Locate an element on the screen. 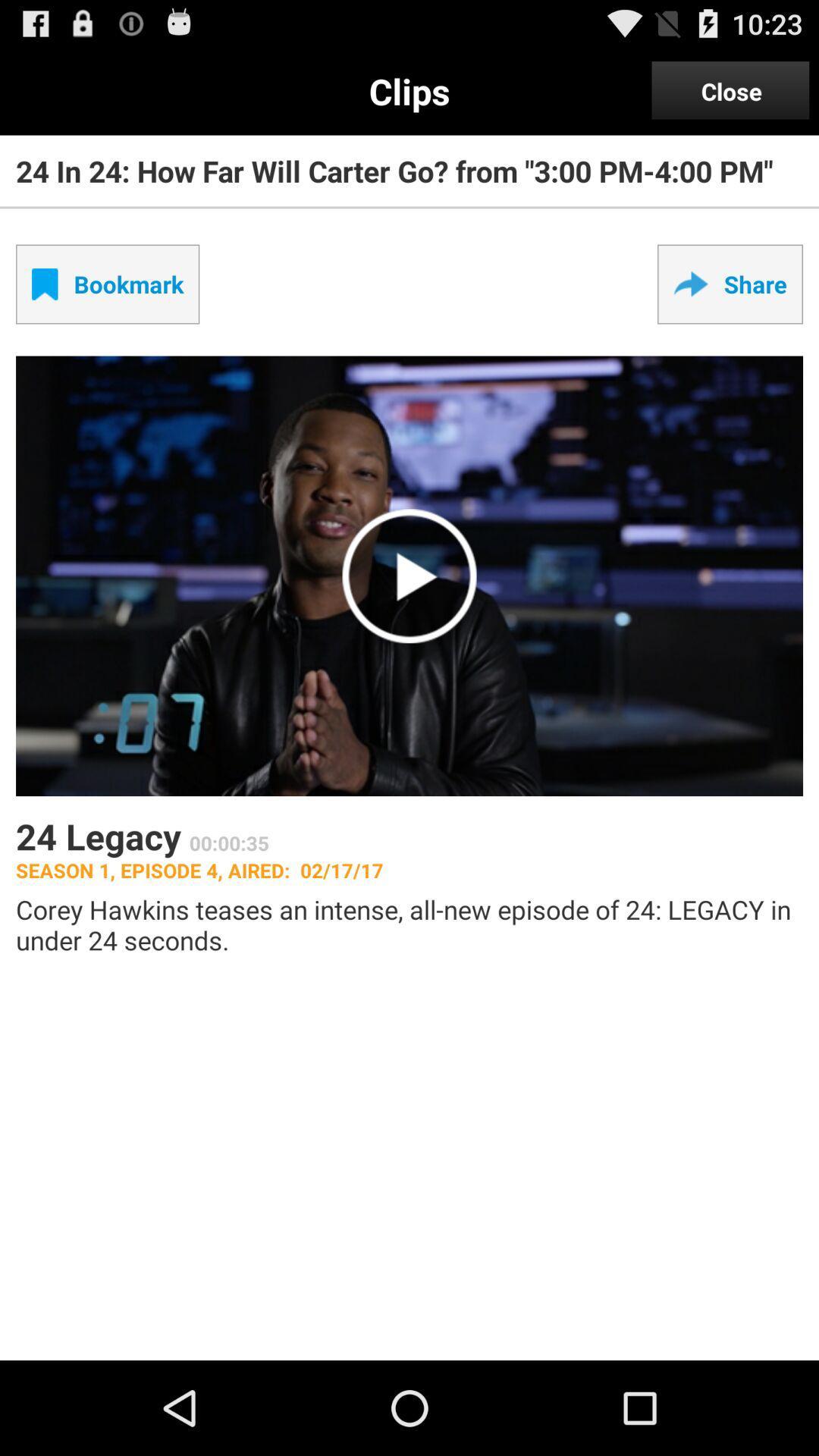 The height and width of the screenshot is (1456, 819). share is located at coordinates (730, 284).